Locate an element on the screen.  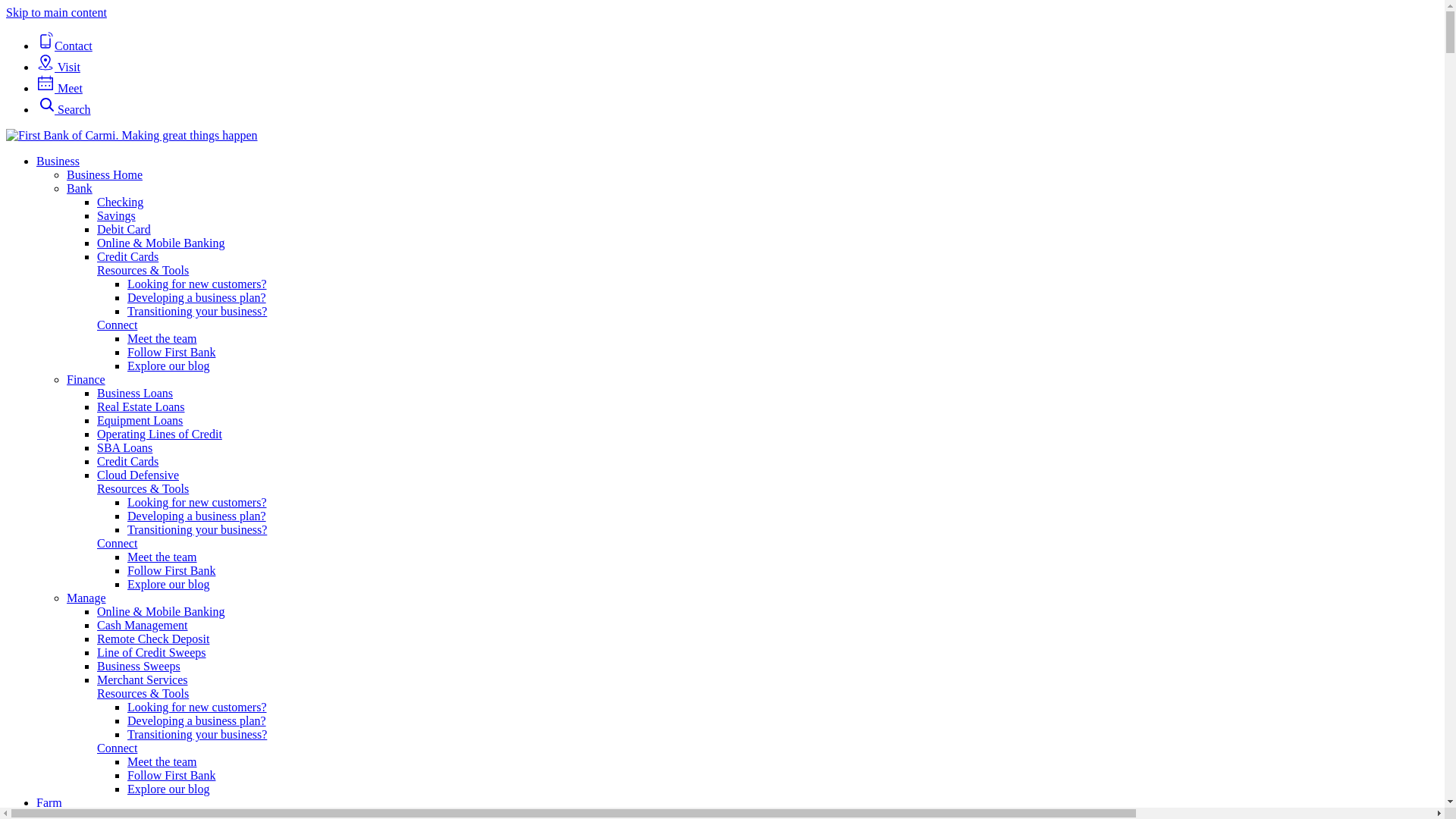
'SBA Loans' is located at coordinates (96, 447).